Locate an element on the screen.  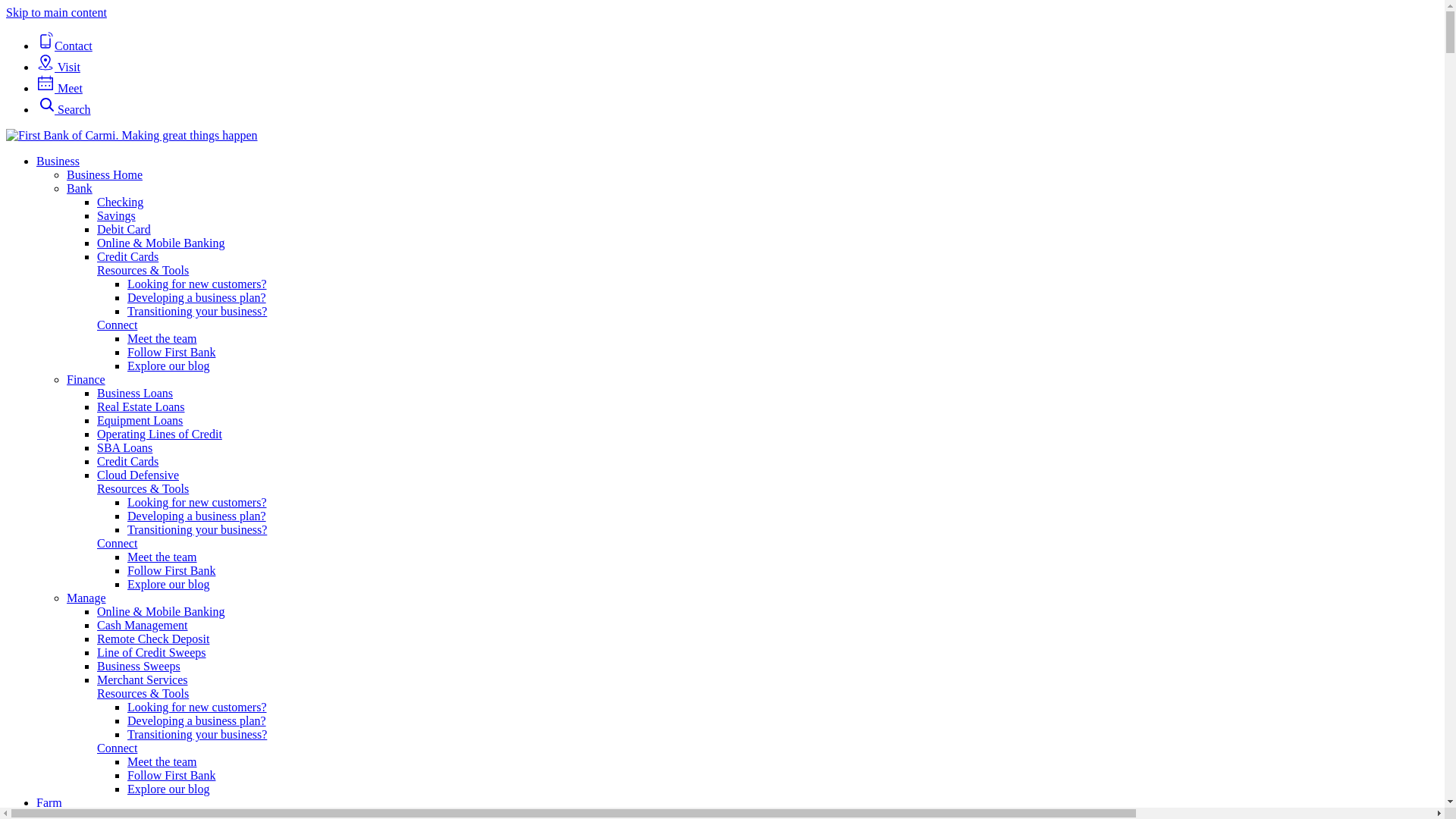
'SBA Loans' is located at coordinates (96, 447).